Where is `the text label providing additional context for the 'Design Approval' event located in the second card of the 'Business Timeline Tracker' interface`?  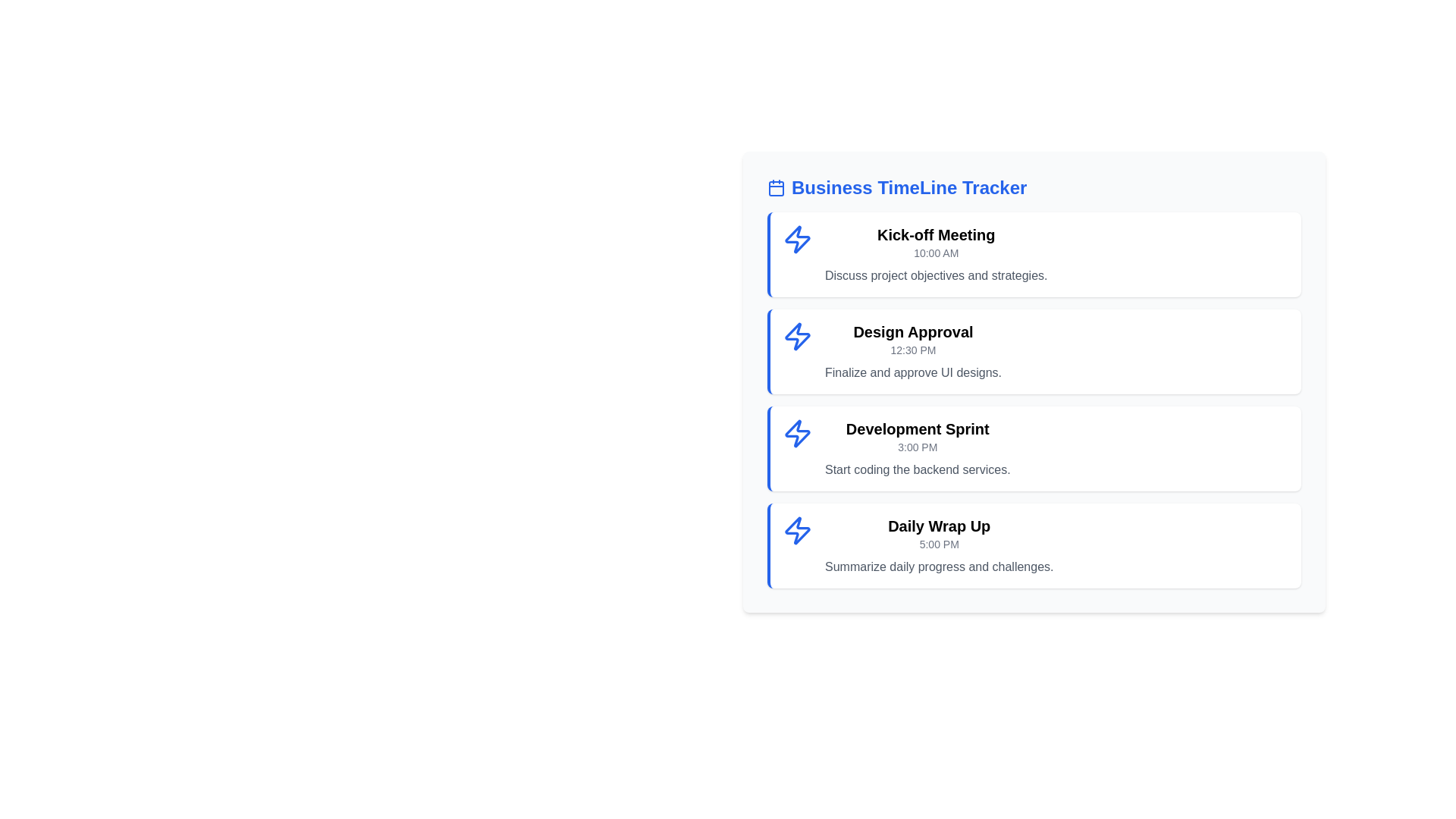 the text label providing additional context for the 'Design Approval' event located in the second card of the 'Business Timeline Tracker' interface is located at coordinates (912, 373).